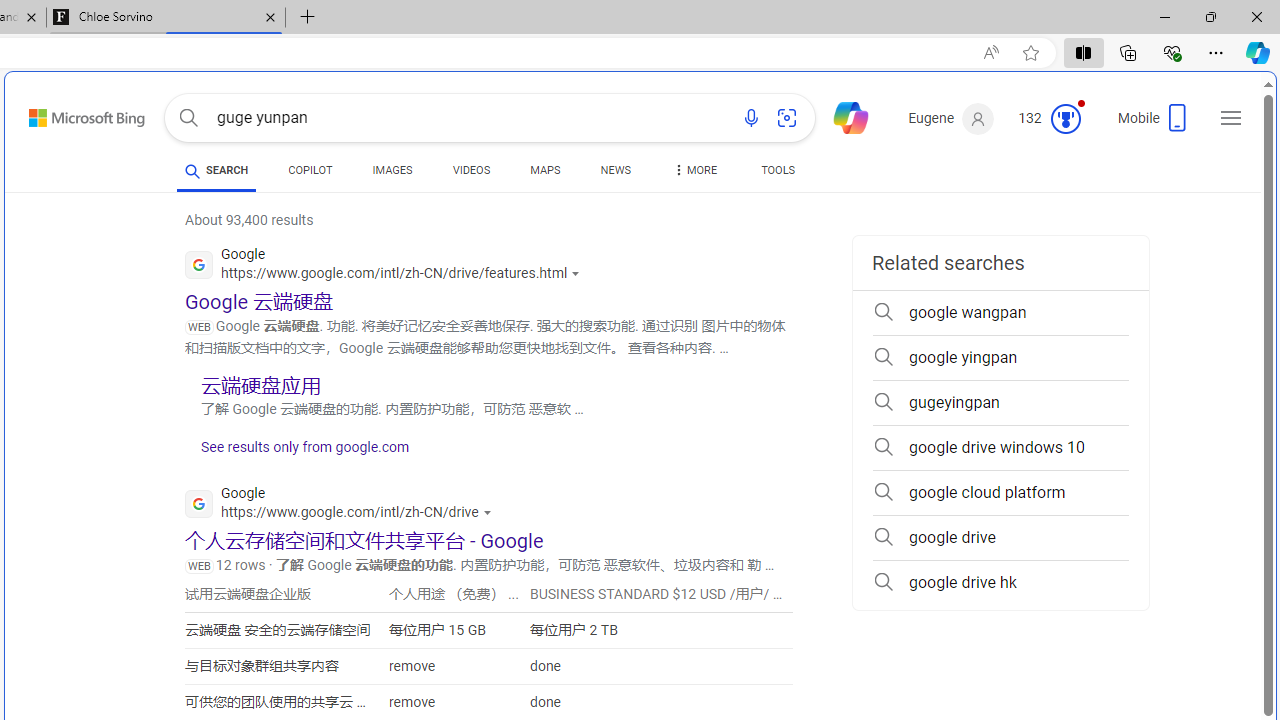 The image size is (1280, 720). What do you see at coordinates (1209, 16) in the screenshot?
I see `'Restore'` at bounding box center [1209, 16].